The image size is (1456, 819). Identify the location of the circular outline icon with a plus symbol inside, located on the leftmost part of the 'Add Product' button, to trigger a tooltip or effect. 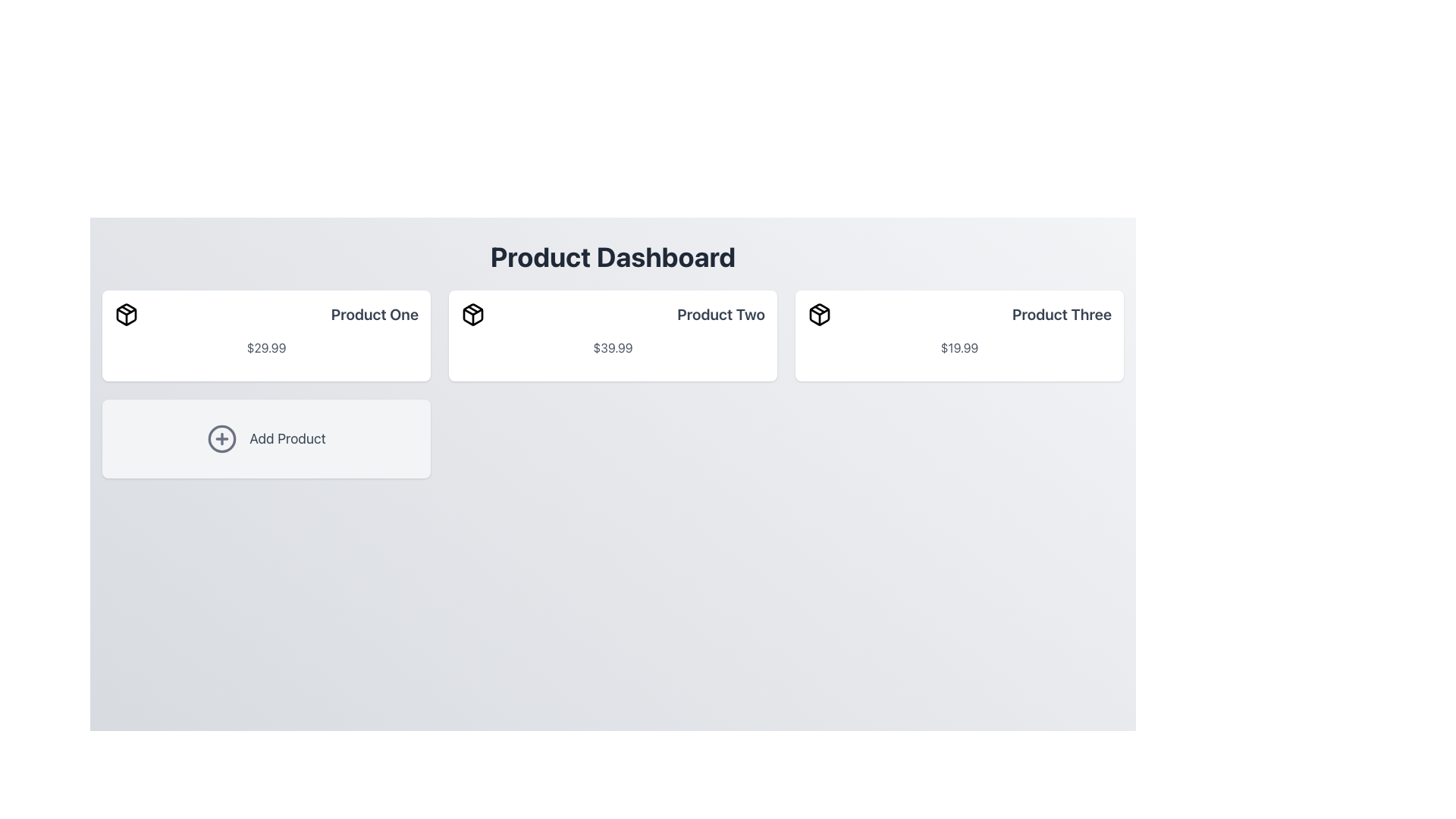
(221, 438).